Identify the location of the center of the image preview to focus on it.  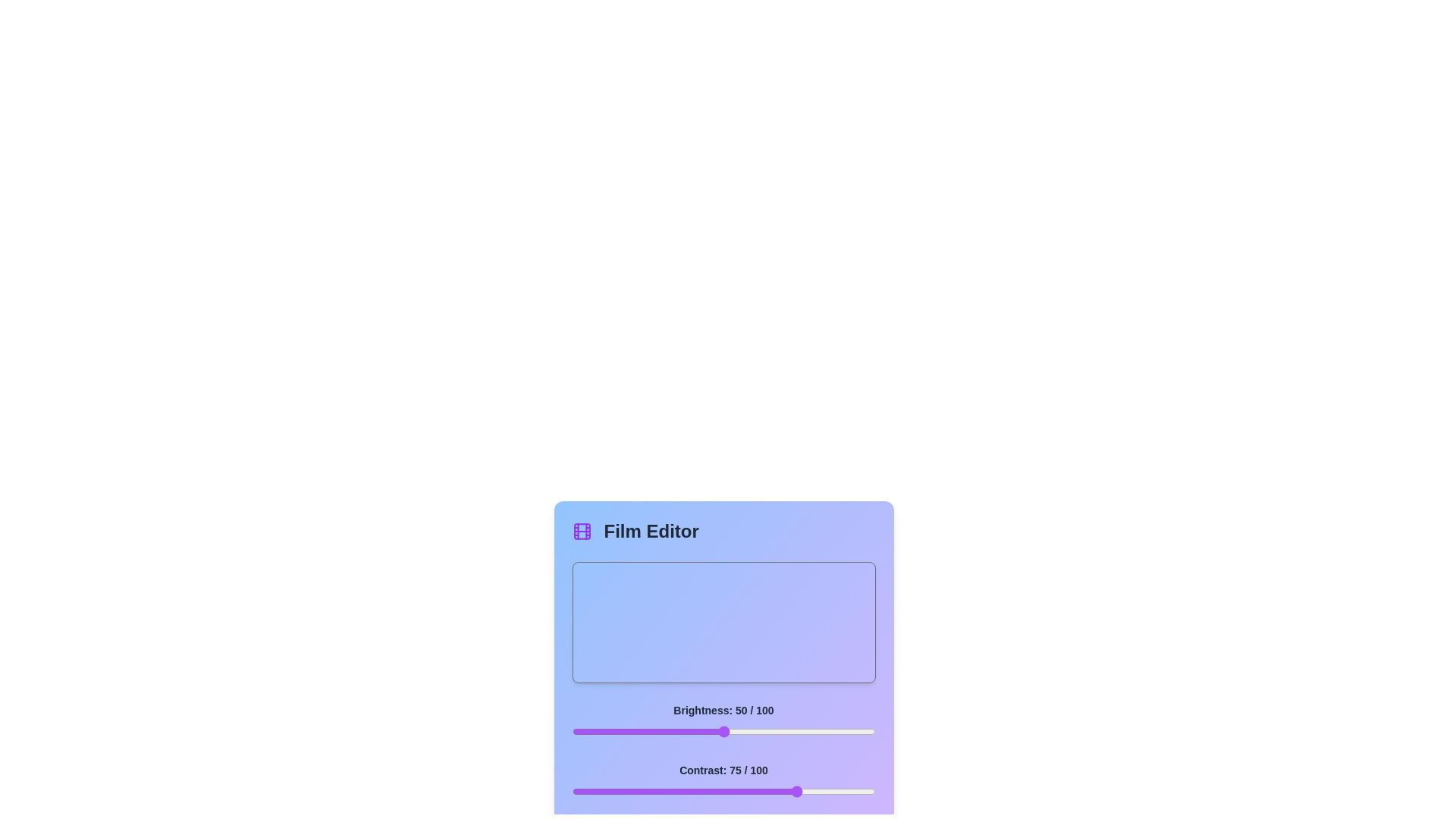
(723, 623).